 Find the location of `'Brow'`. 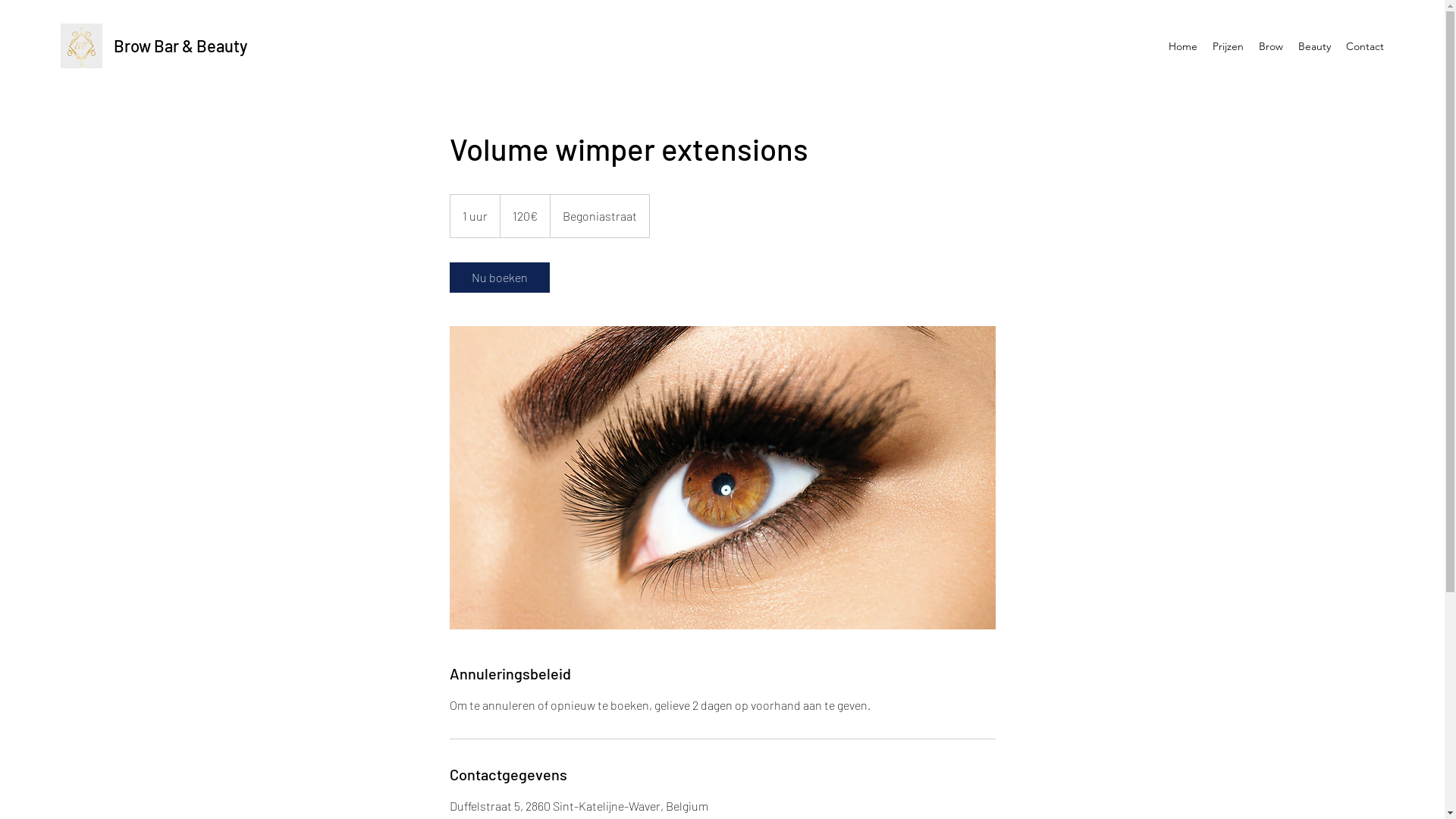

'Brow' is located at coordinates (1270, 45).